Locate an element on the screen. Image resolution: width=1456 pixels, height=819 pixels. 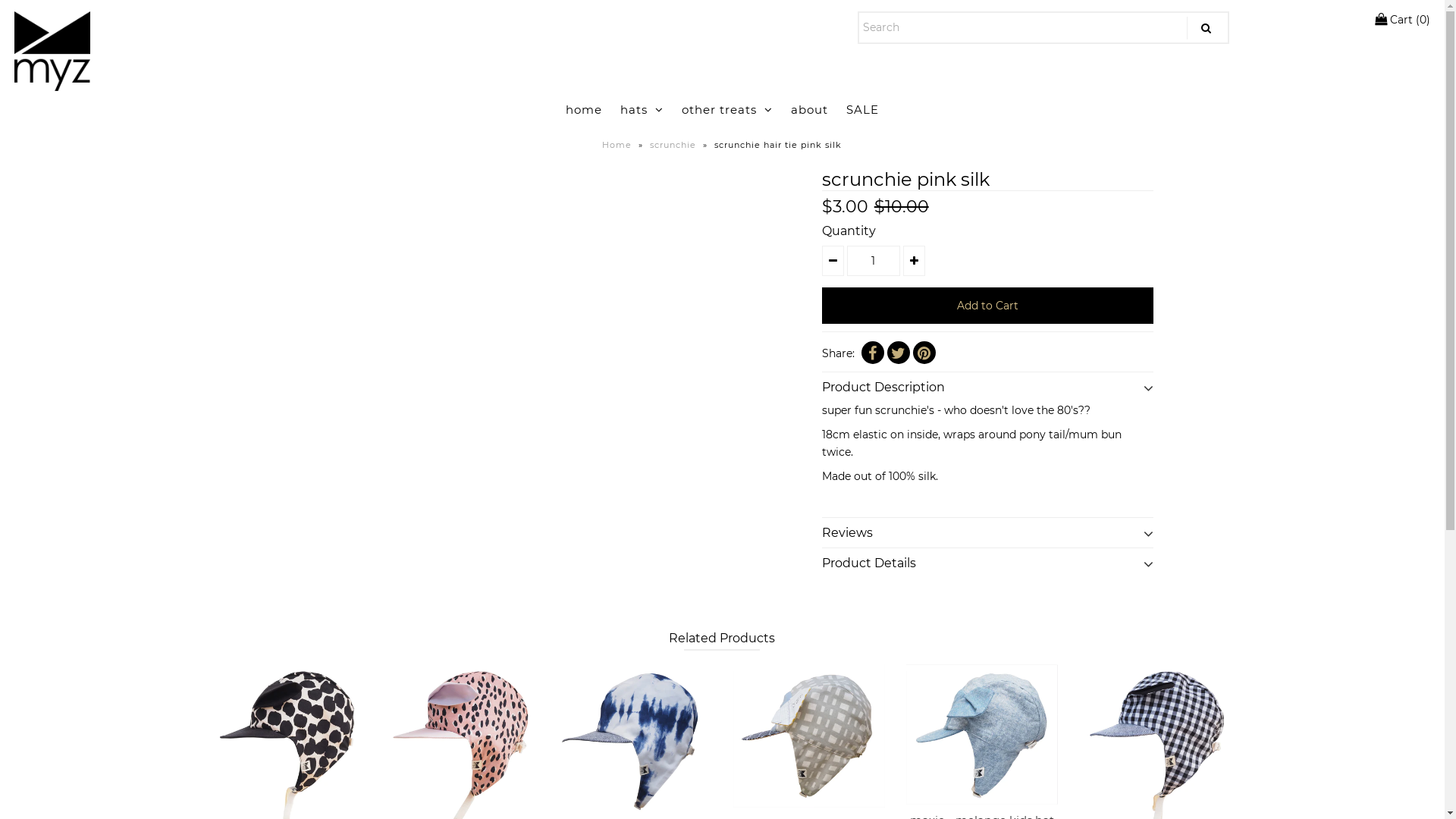
'Product Description' is located at coordinates (987, 382).